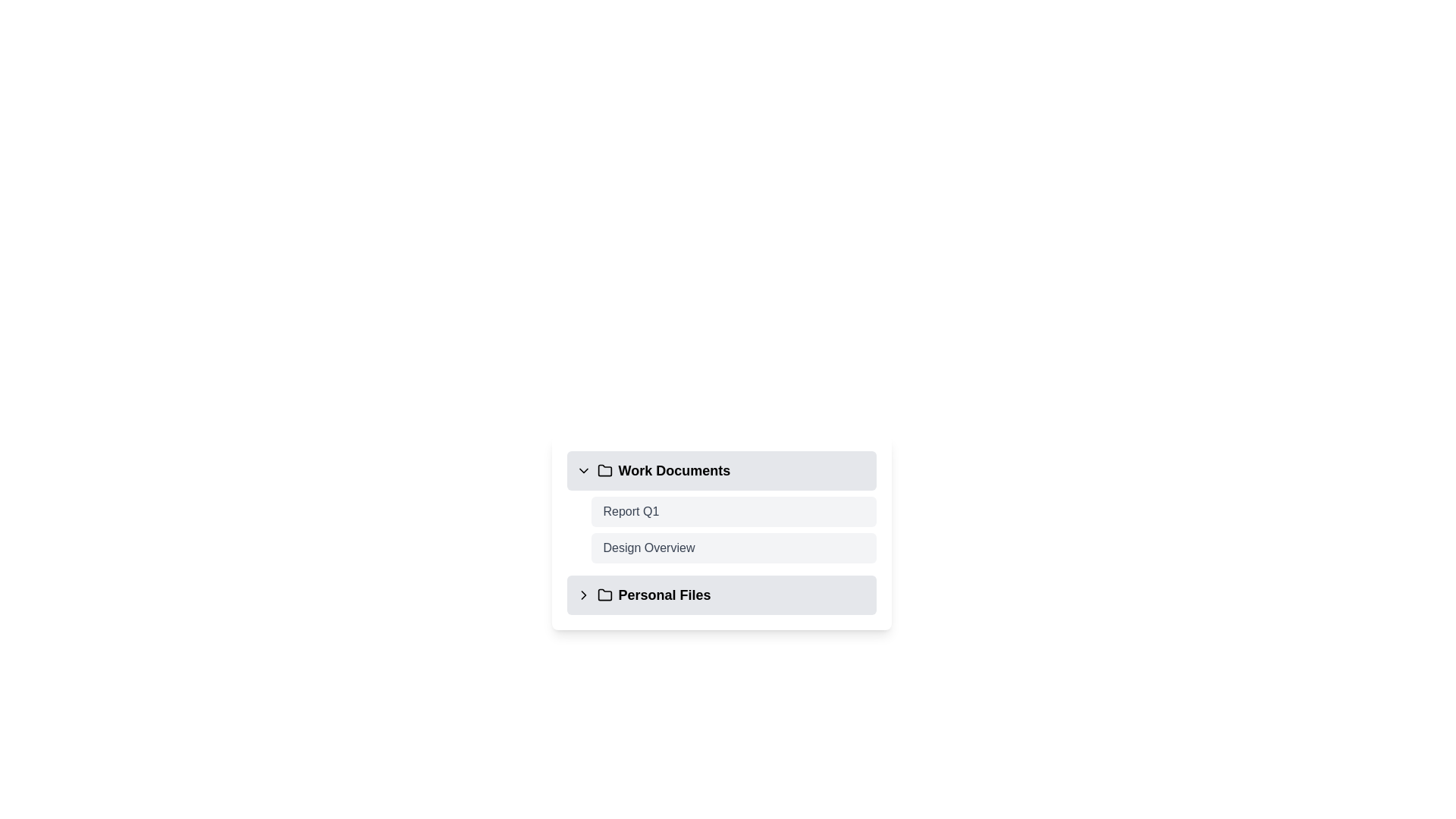 This screenshot has height=819, width=1456. What do you see at coordinates (673, 470) in the screenshot?
I see `the 'Work Documents' text label` at bounding box center [673, 470].